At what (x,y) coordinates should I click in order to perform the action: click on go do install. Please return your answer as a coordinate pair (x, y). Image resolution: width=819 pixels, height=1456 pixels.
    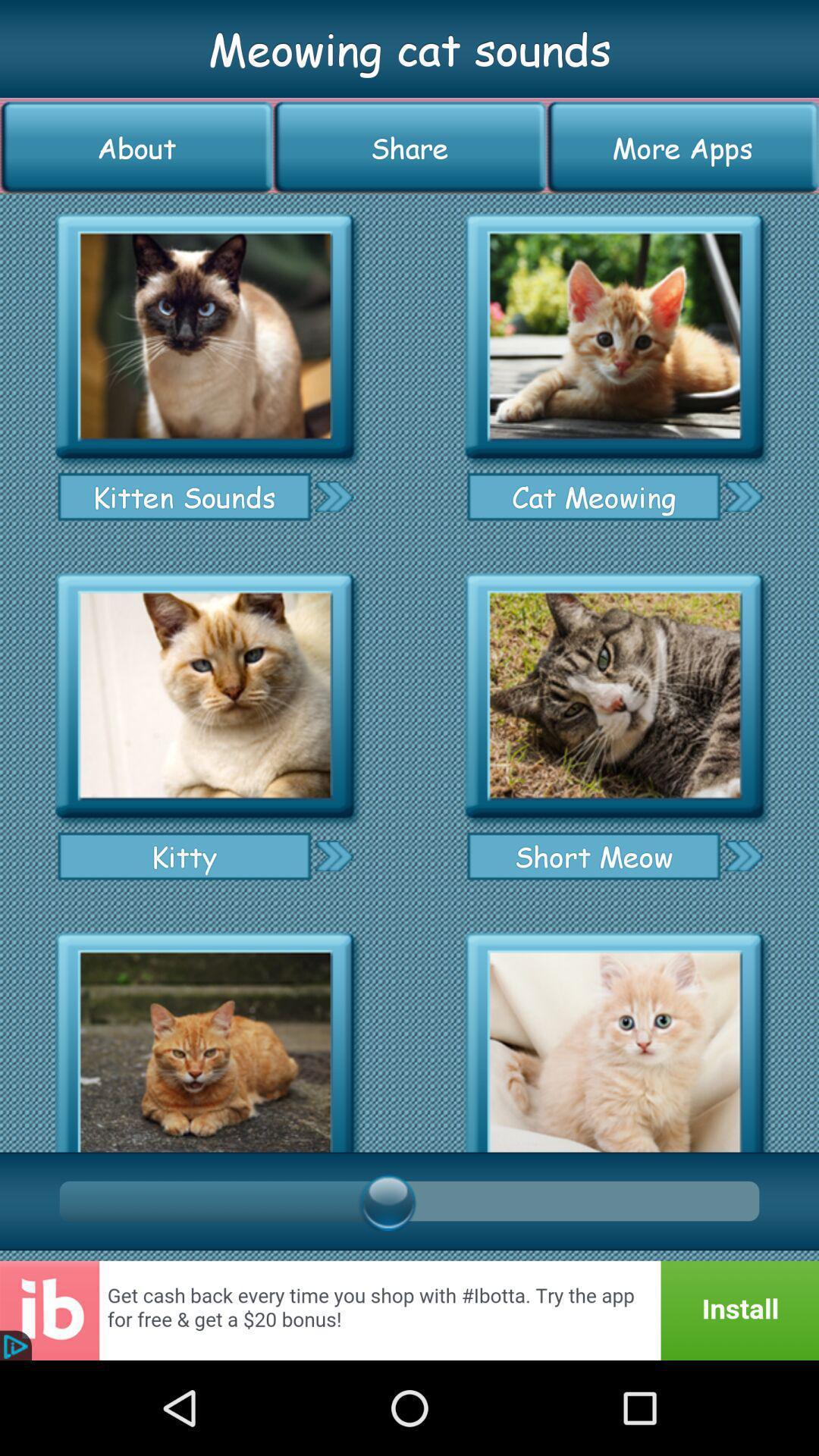
    Looking at the image, I should click on (409, 1310).